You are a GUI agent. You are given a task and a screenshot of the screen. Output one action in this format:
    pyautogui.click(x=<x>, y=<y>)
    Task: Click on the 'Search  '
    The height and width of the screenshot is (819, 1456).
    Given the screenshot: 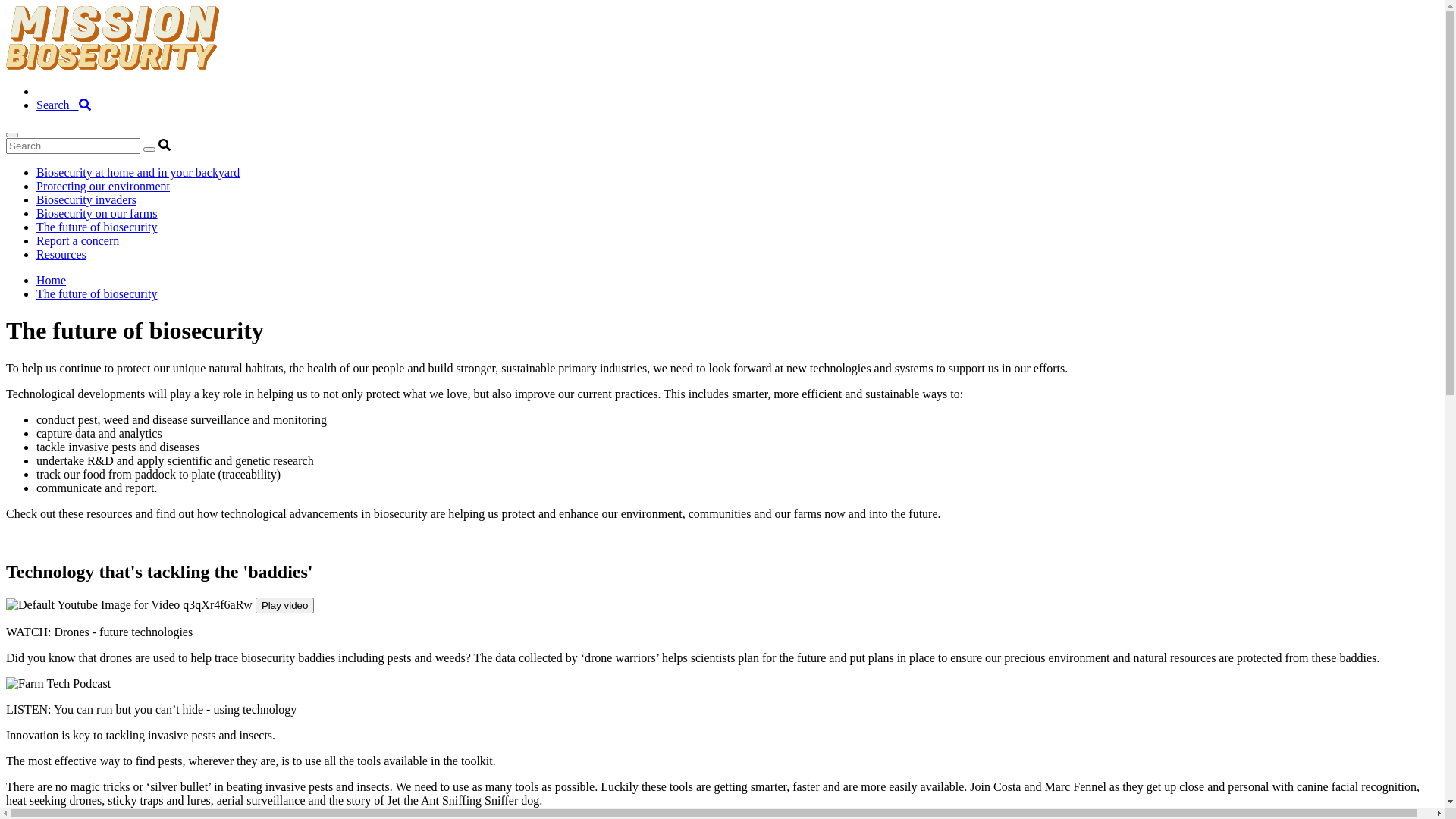 What is the action you would take?
    pyautogui.click(x=62, y=104)
    